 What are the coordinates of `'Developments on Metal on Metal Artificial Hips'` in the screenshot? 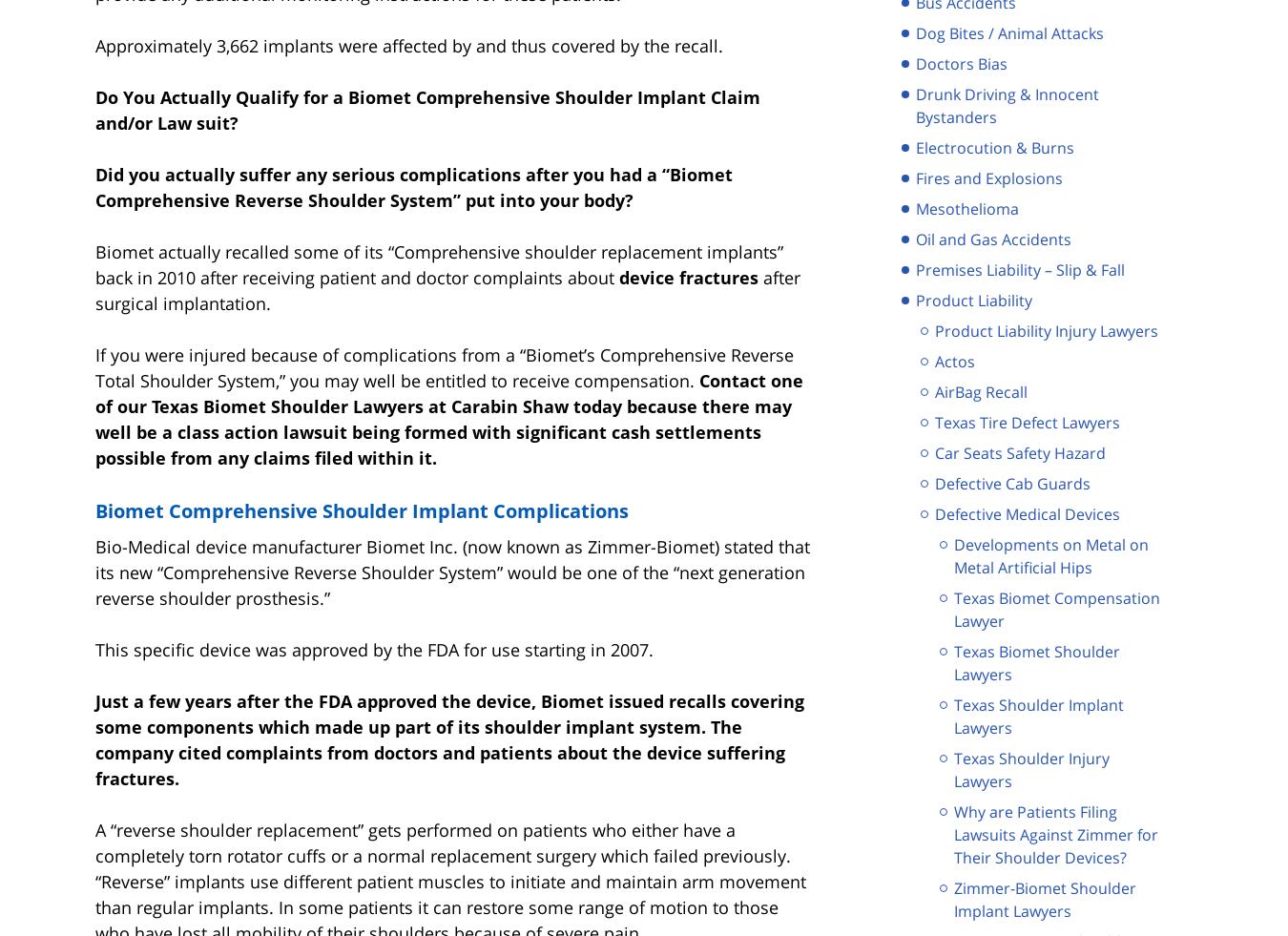 It's located at (952, 555).